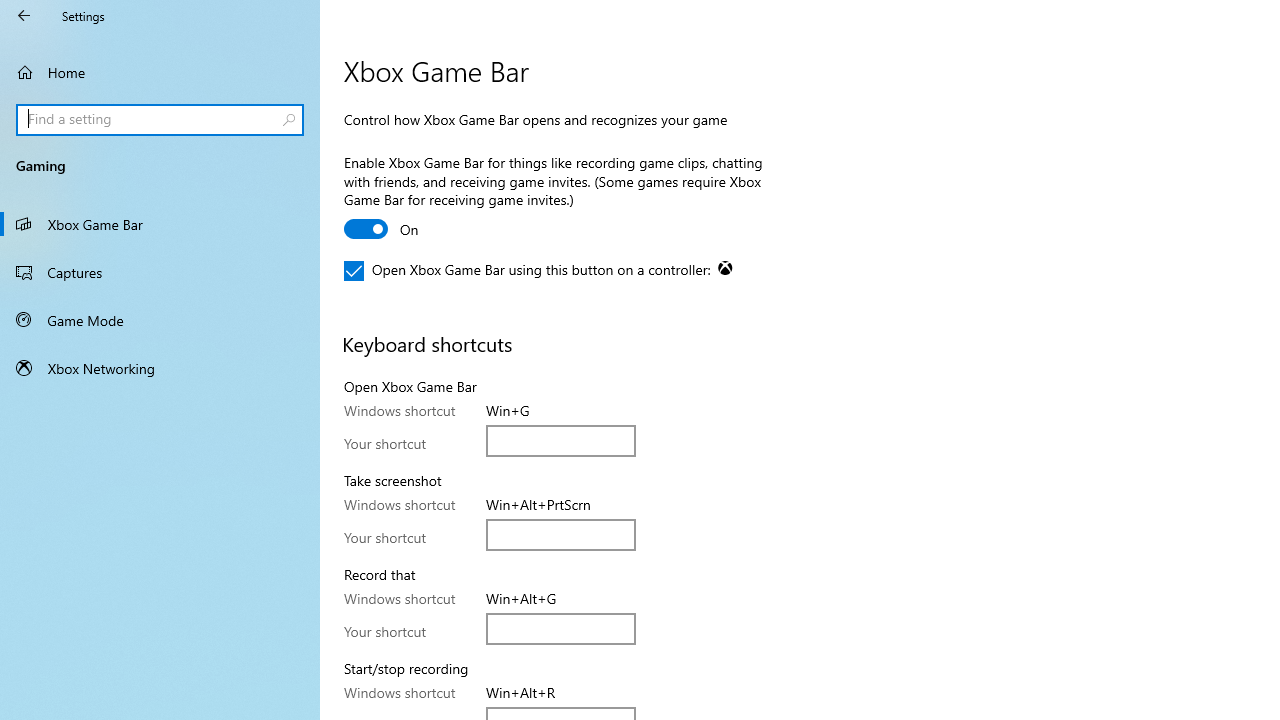 The width and height of the screenshot is (1280, 720). I want to click on 'Game Mode', so click(160, 319).